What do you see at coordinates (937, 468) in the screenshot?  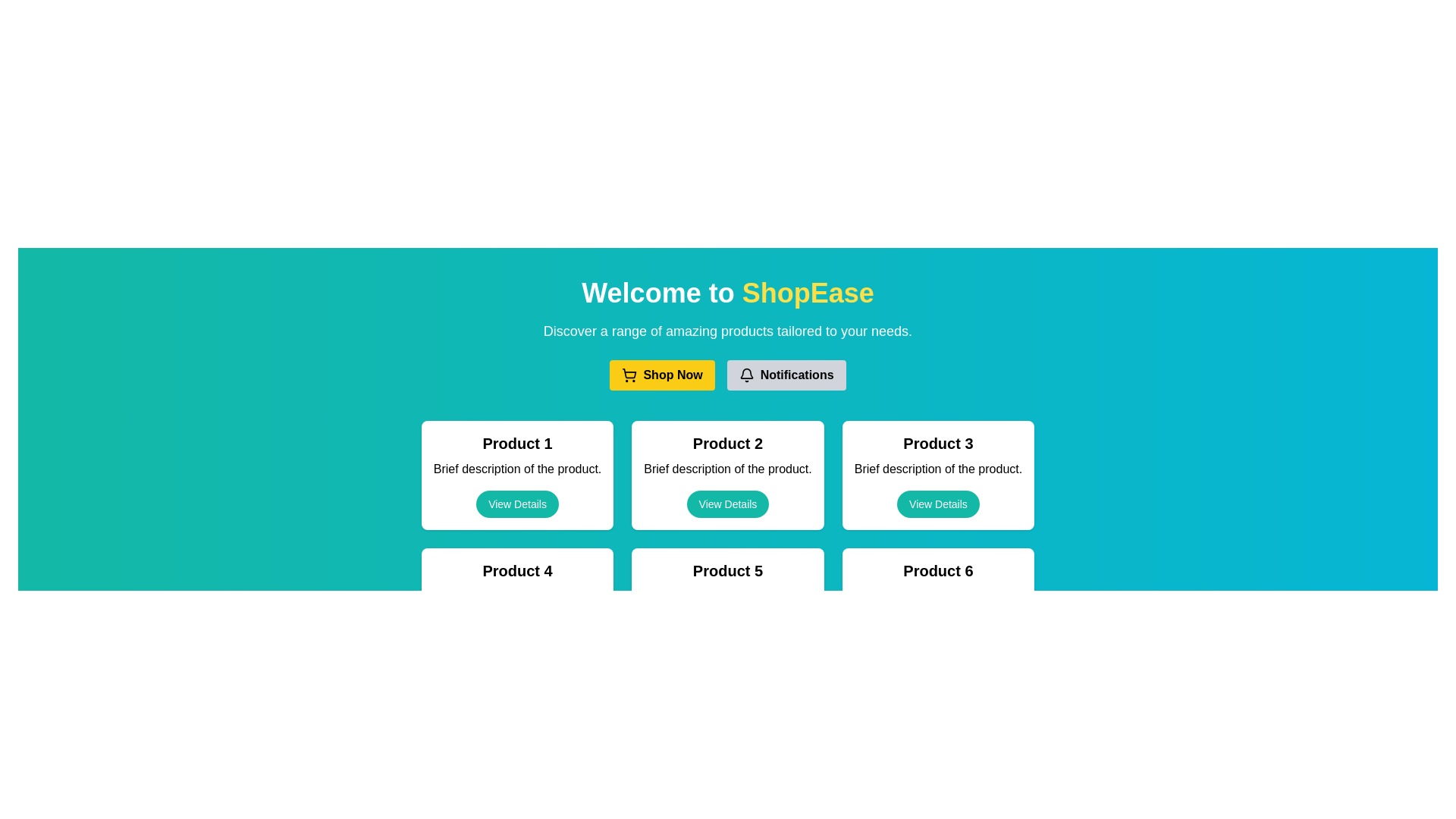 I see `the text display showing 'Brief description of the product.' located in the Product 3 card, positioned below the title and above the 'View Details' button` at bounding box center [937, 468].